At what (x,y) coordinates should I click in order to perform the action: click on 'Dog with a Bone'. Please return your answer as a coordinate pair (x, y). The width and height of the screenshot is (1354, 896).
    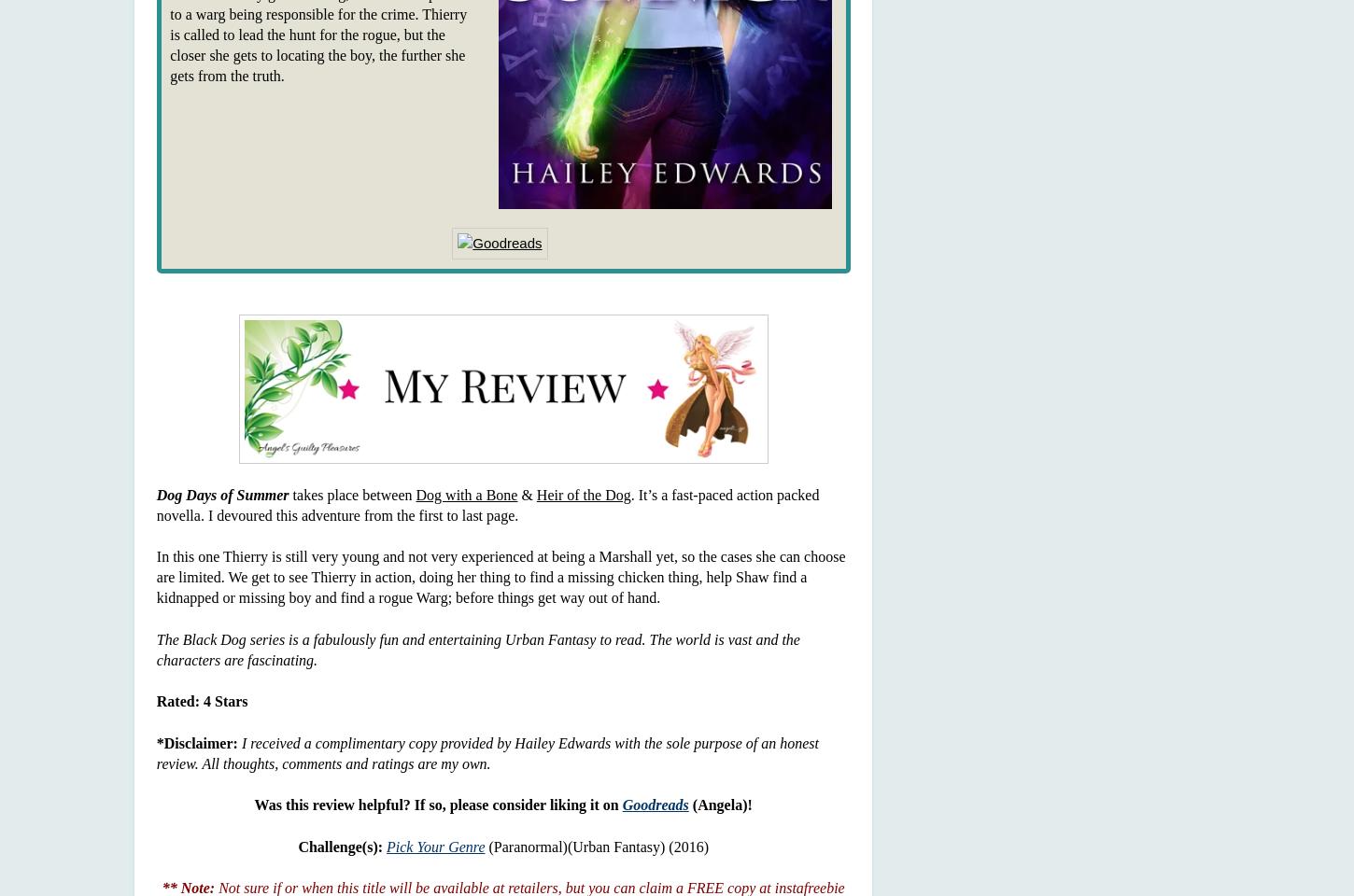
    Looking at the image, I should click on (466, 493).